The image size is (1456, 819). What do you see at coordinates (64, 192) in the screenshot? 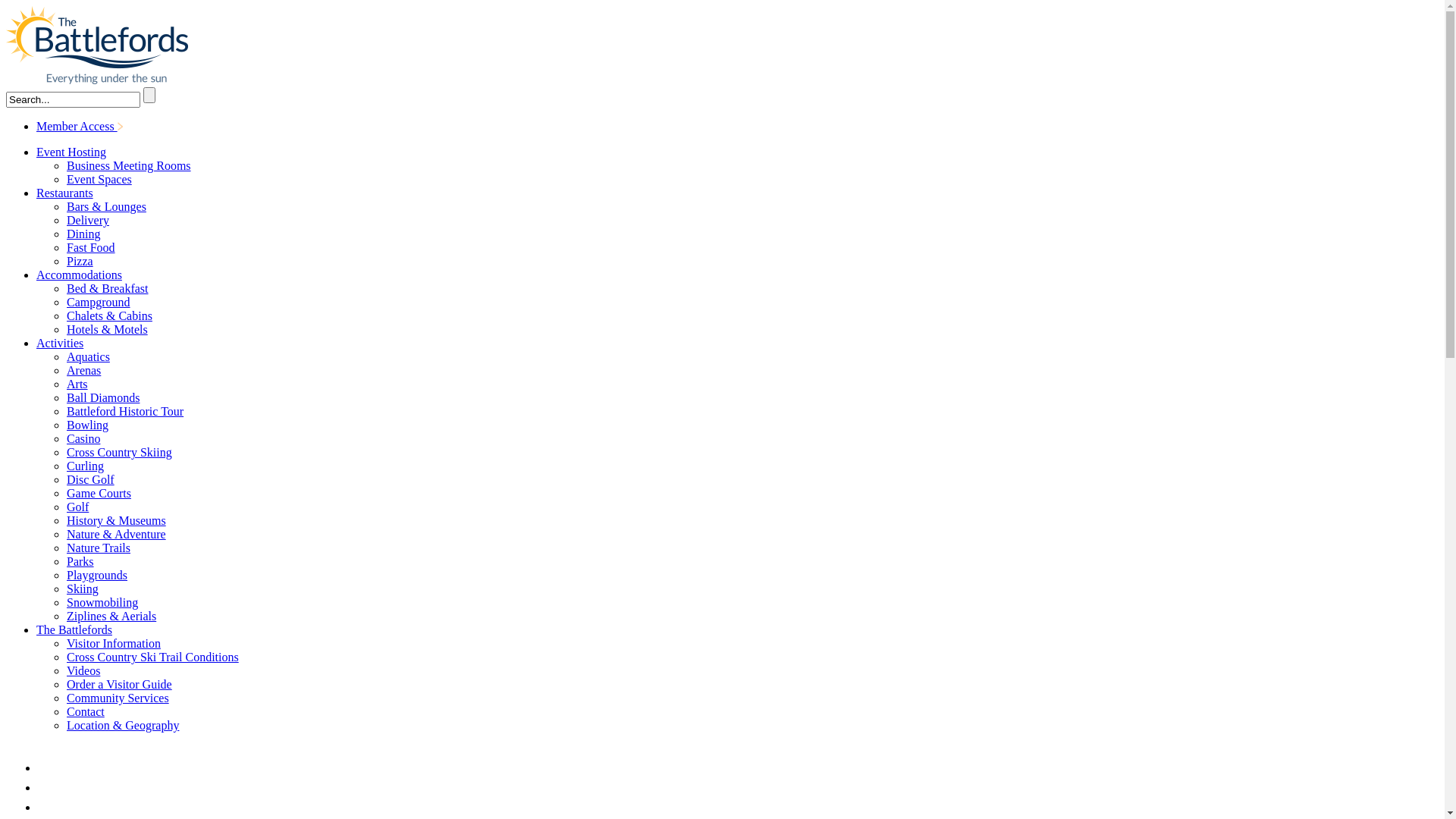
I see `'Restaurants'` at bounding box center [64, 192].